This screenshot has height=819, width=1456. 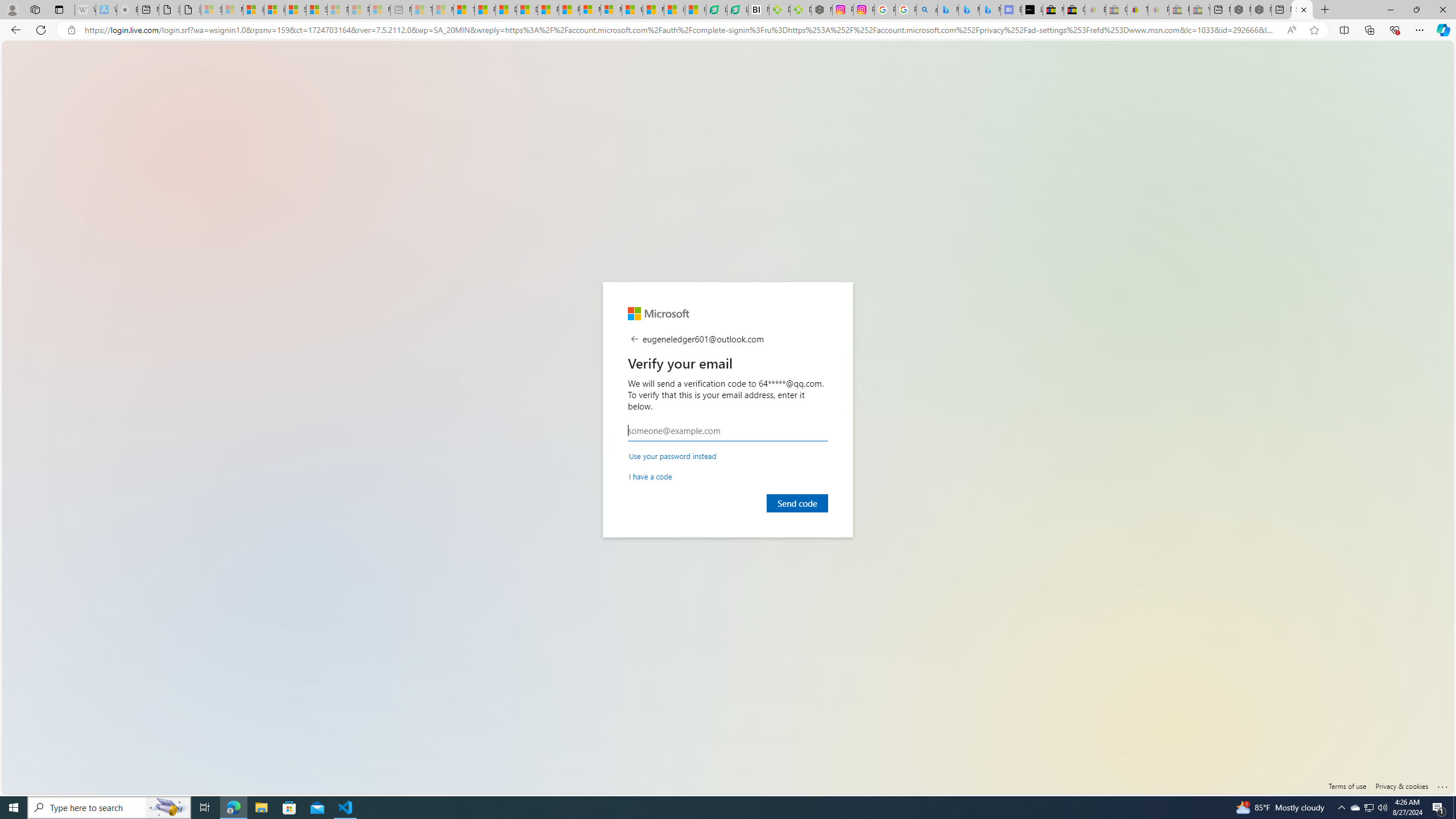 What do you see at coordinates (672, 455) in the screenshot?
I see `'Use your password instead'` at bounding box center [672, 455].